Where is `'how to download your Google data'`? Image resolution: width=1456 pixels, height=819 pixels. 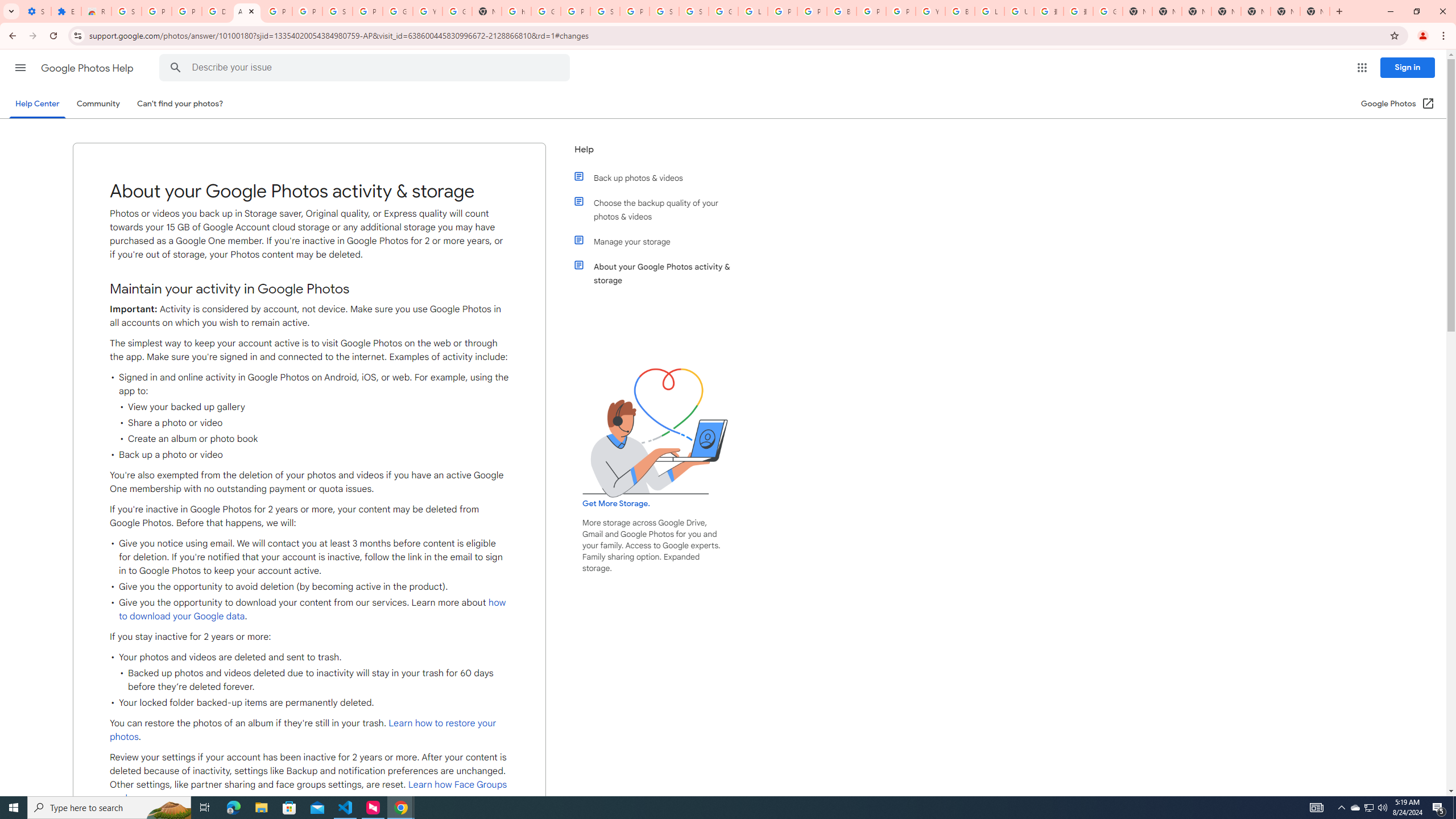
'how to download your Google data' is located at coordinates (313, 610).